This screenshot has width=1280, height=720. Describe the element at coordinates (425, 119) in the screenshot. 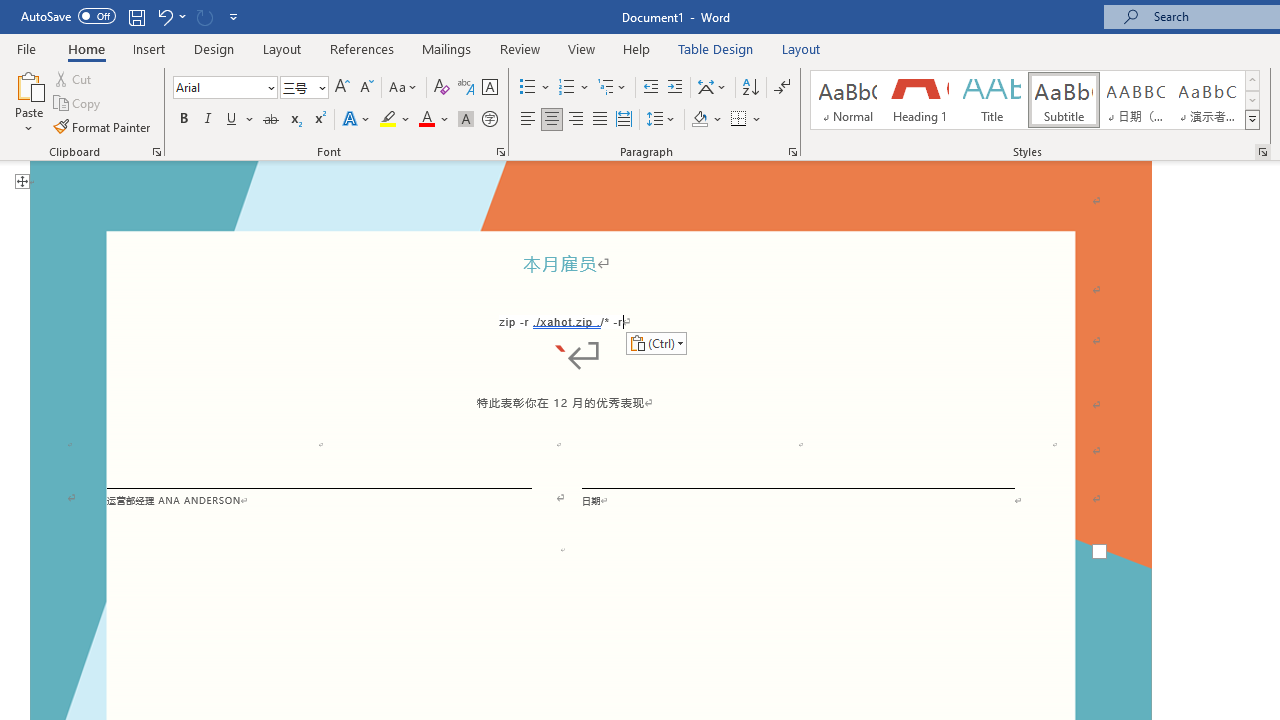

I see `'Font Color Red'` at that location.